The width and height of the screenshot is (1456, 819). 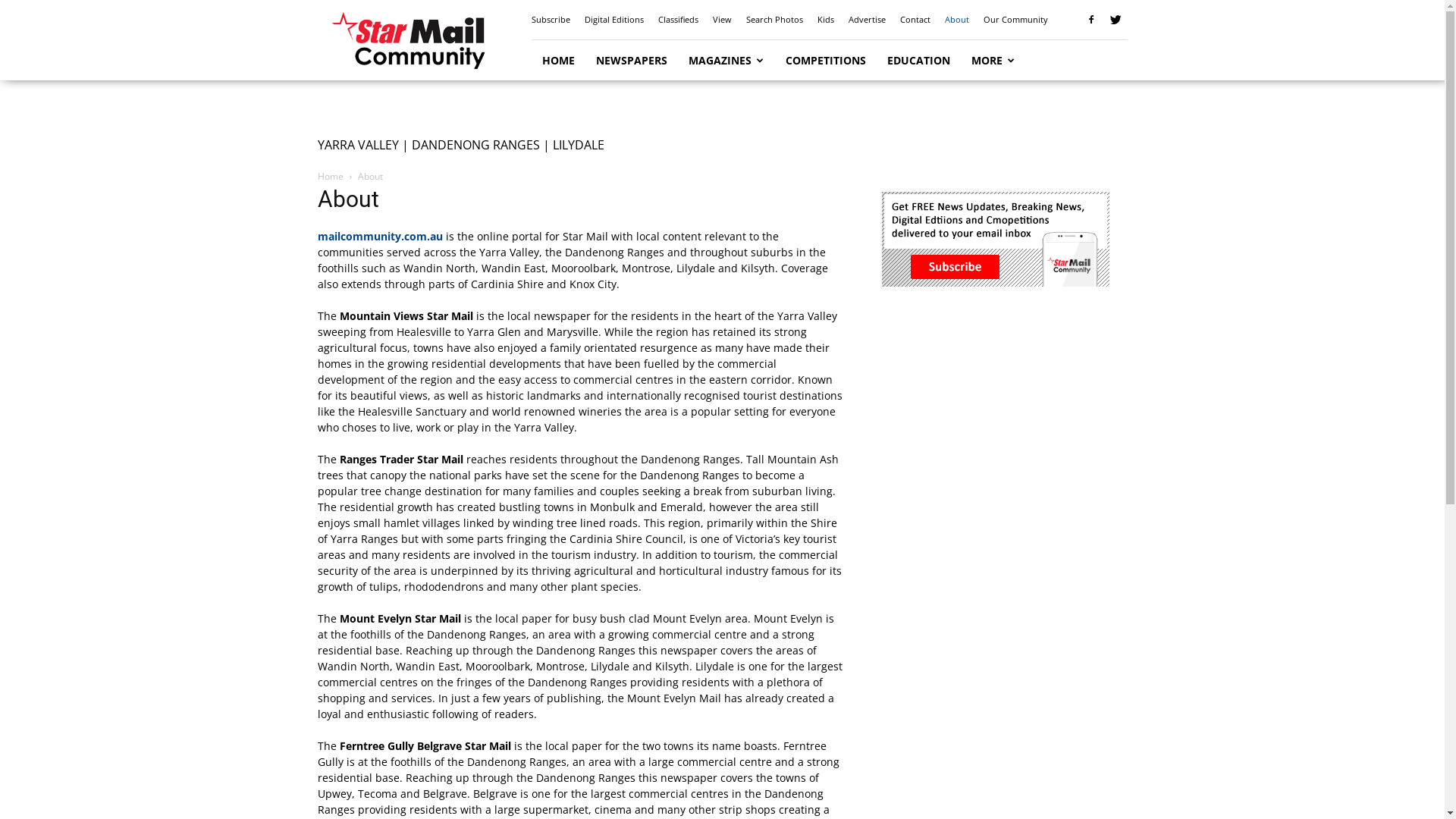 What do you see at coordinates (632, 59) in the screenshot?
I see `'NEWSPAPERS'` at bounding box center [632, 59].